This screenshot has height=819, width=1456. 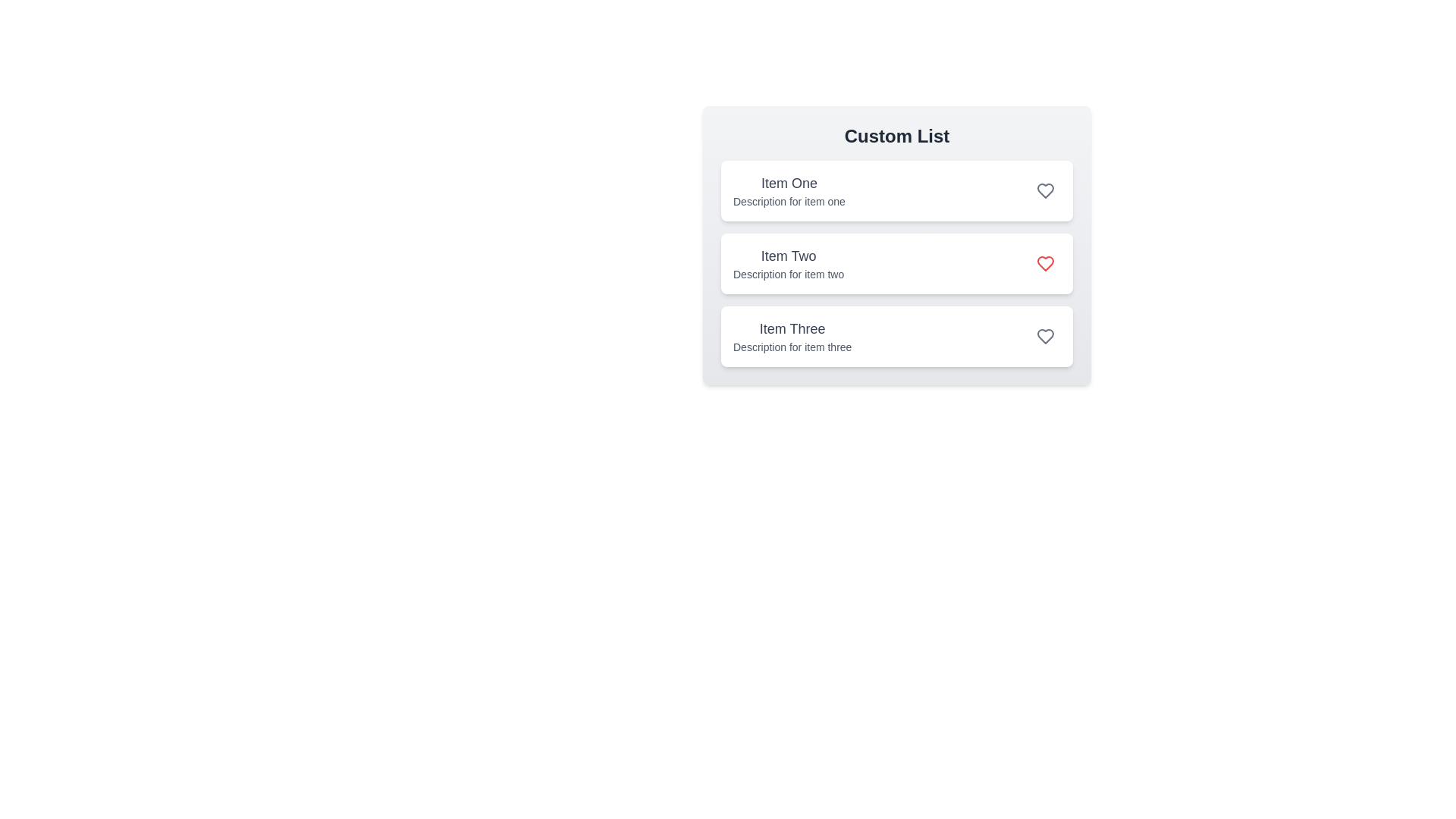 I want to click on the heart icon for Item Three to toggle its favorite status, so click(x=1044, y=335).